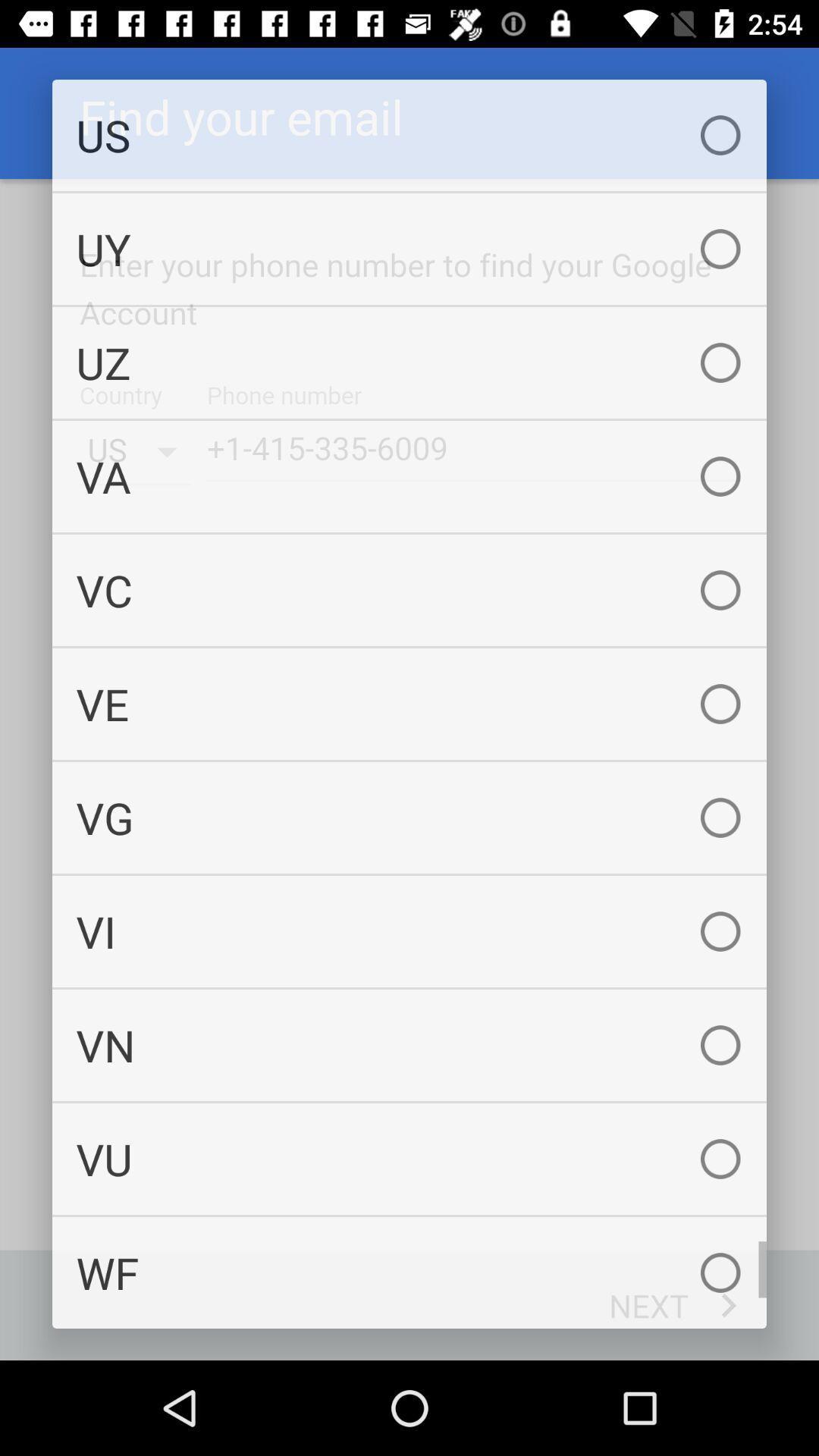  I want to click on the checkbox below the vi icon, so click(409, 1044).